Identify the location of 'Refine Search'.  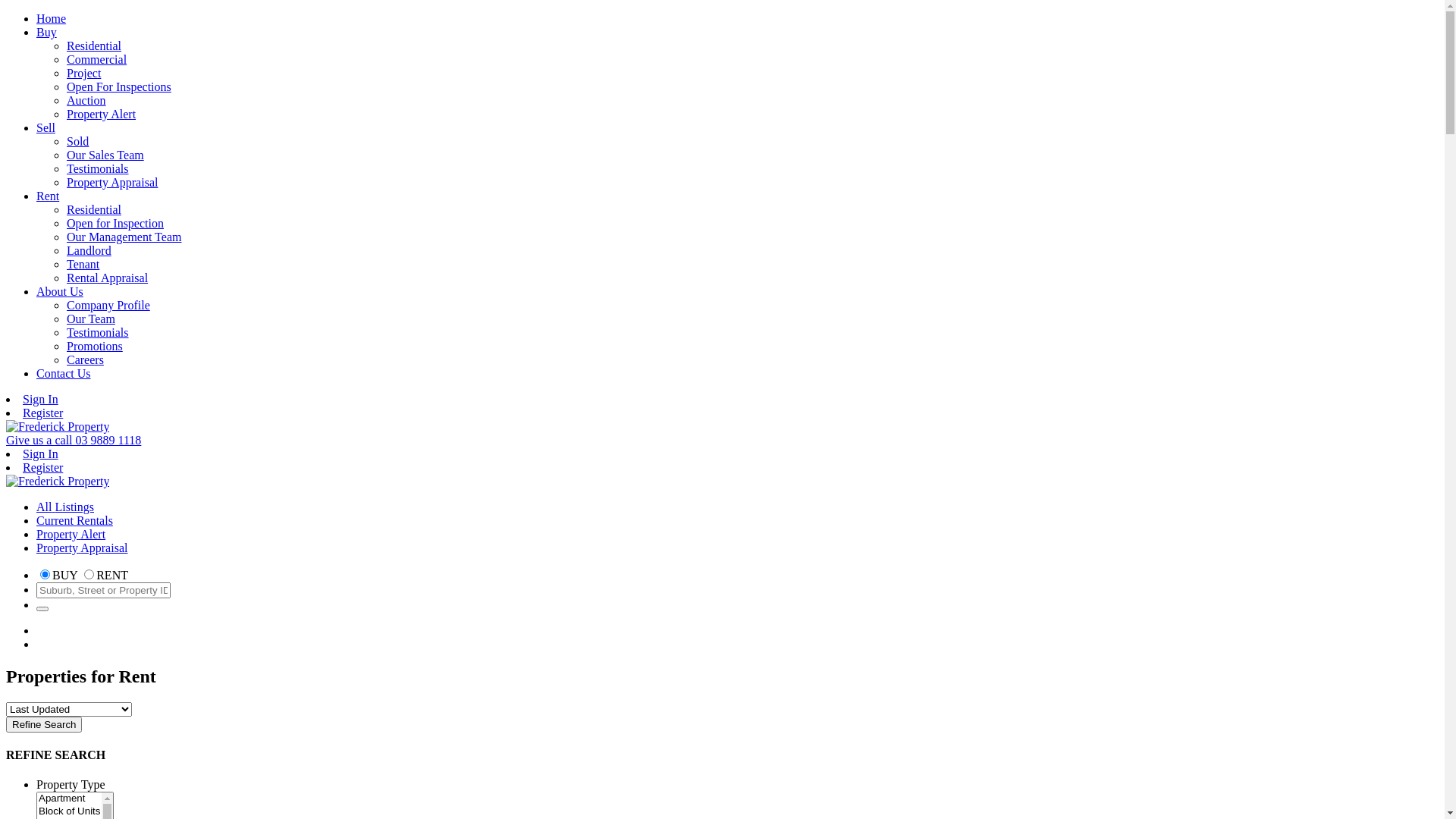
(43, 723).